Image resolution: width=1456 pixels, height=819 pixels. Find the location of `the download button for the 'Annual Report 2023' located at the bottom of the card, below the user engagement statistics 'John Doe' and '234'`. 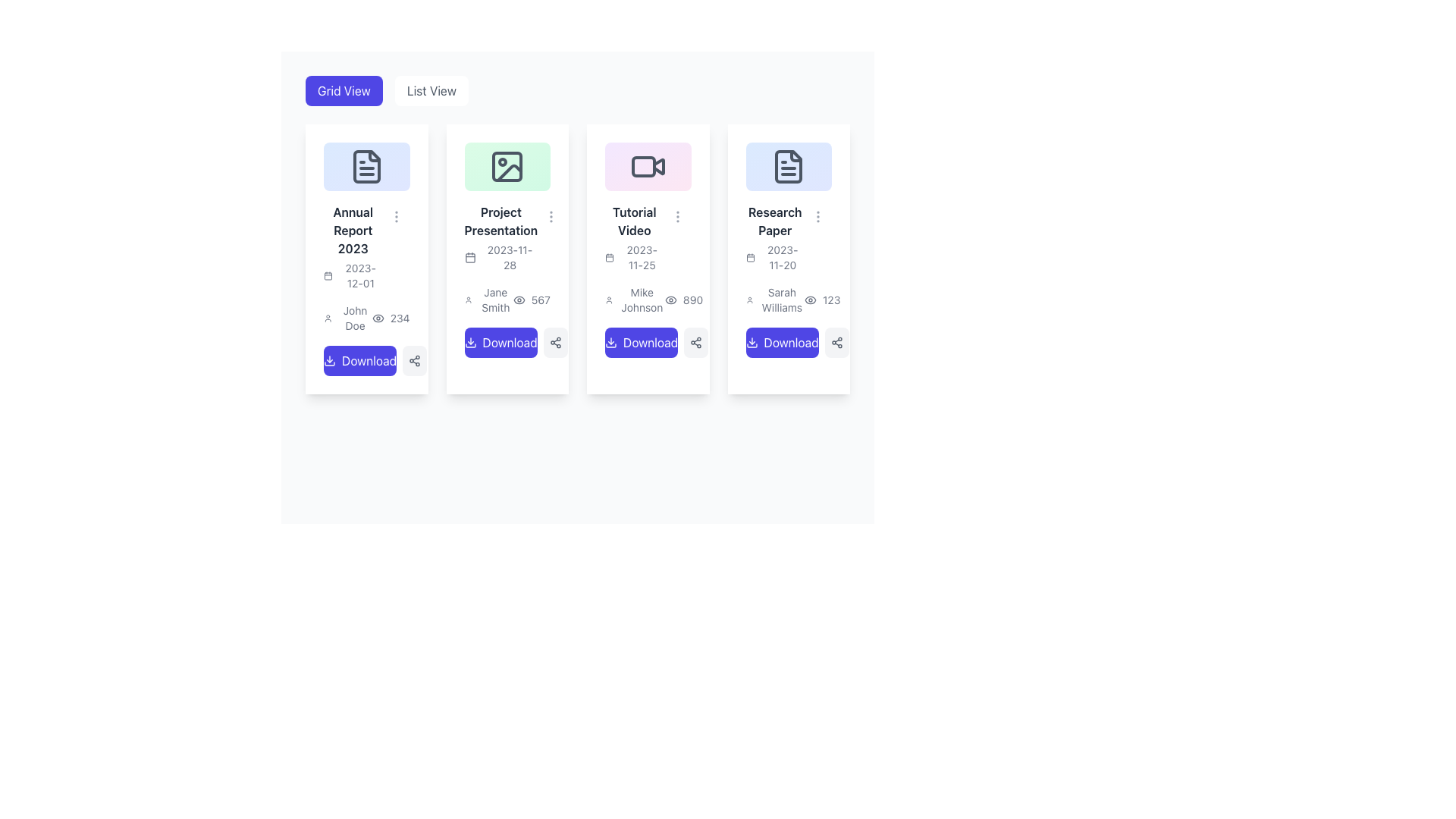

the download button for the 'Annual Report 2023' located at the bottom of the card, below the user engagement statistics 'John Doe' and '234' is located at coordinates (366, 360).